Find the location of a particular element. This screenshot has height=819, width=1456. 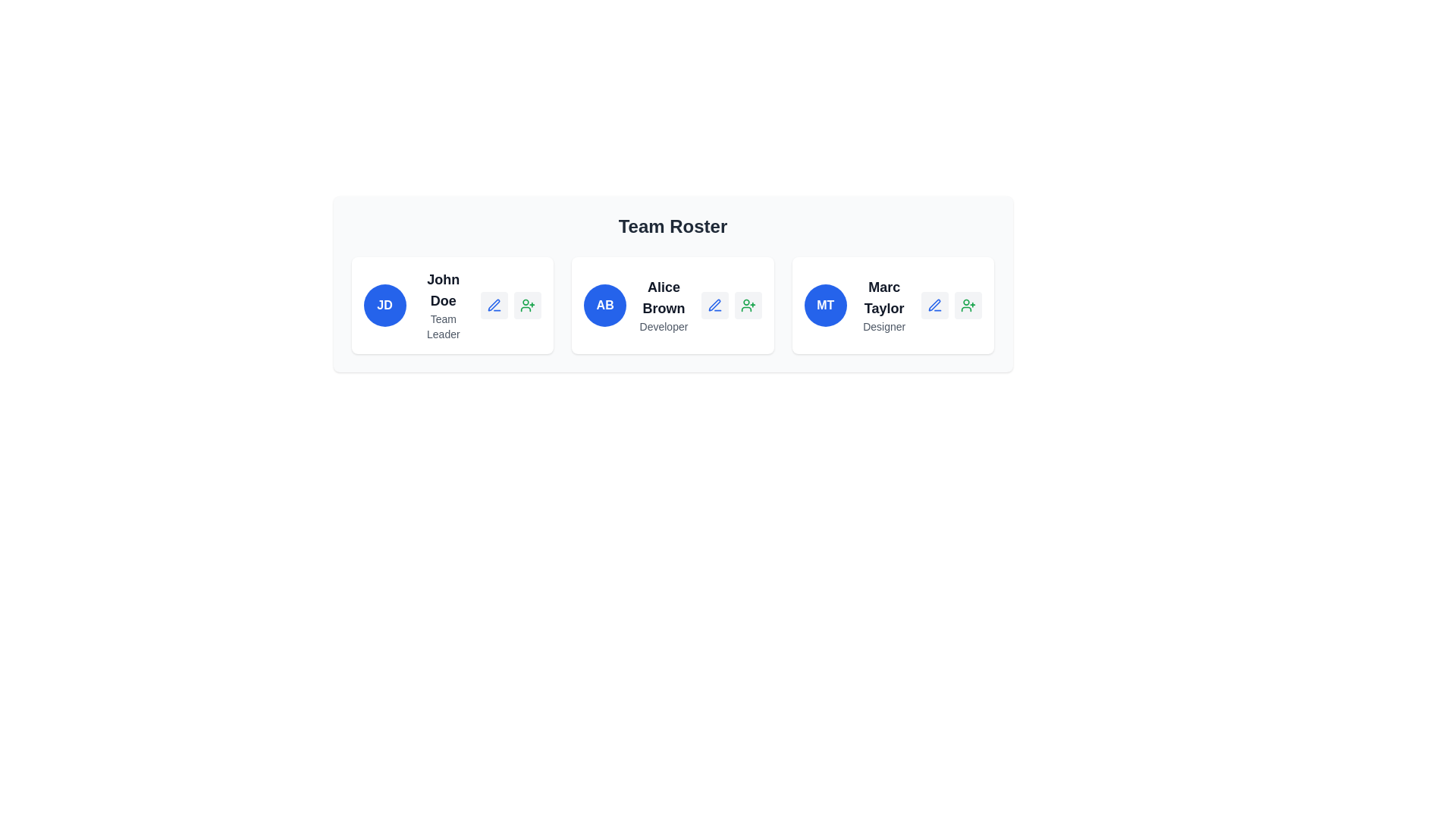

the green user icon button with a '+' symbol is located at coordinates (968, 305).